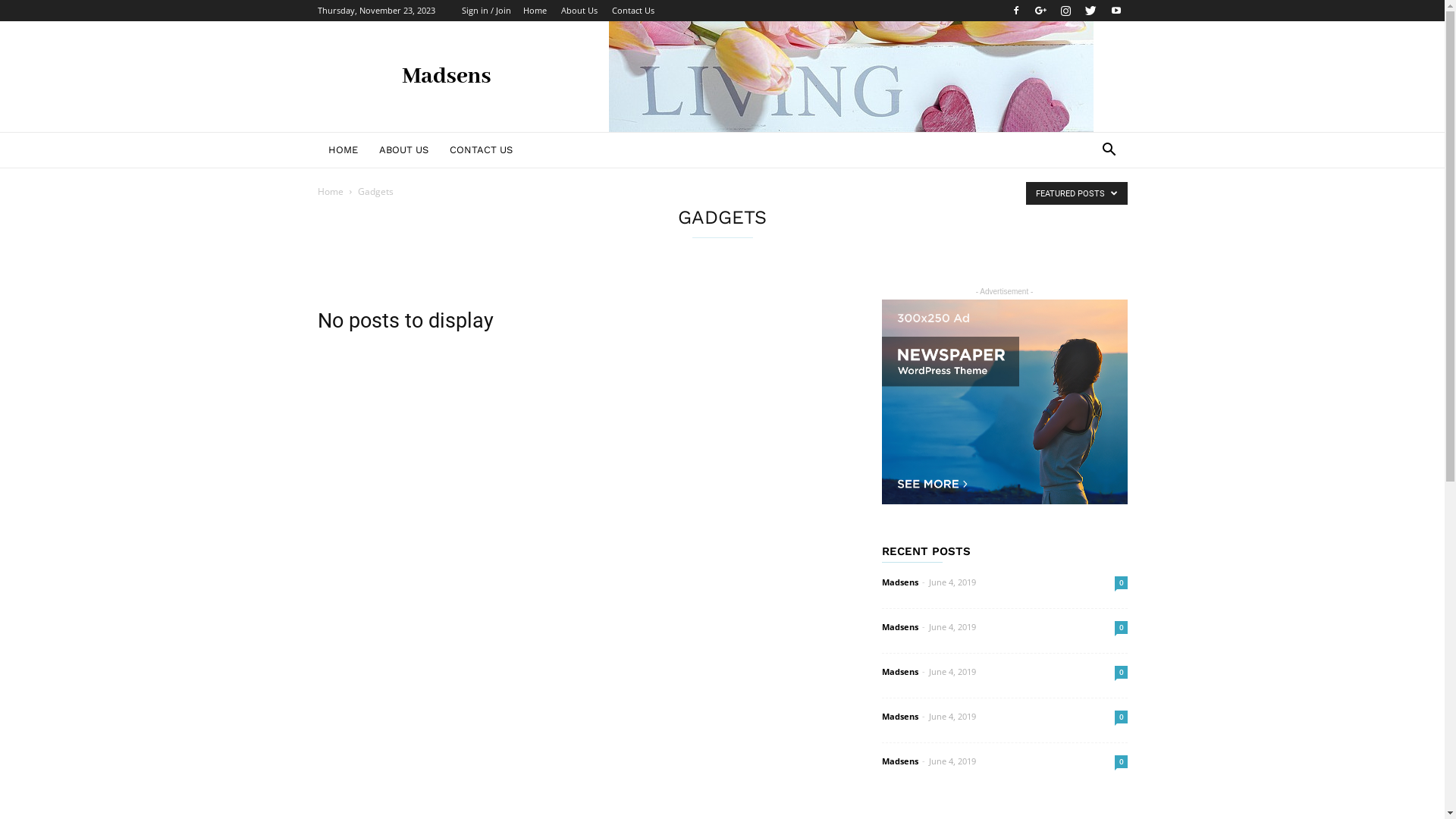 The height and width of the screenshot is (819, 1456). What do you see at coordinates (535, 10) in the screenshot?
I see `'Home'` at bounding box center [535, 10].